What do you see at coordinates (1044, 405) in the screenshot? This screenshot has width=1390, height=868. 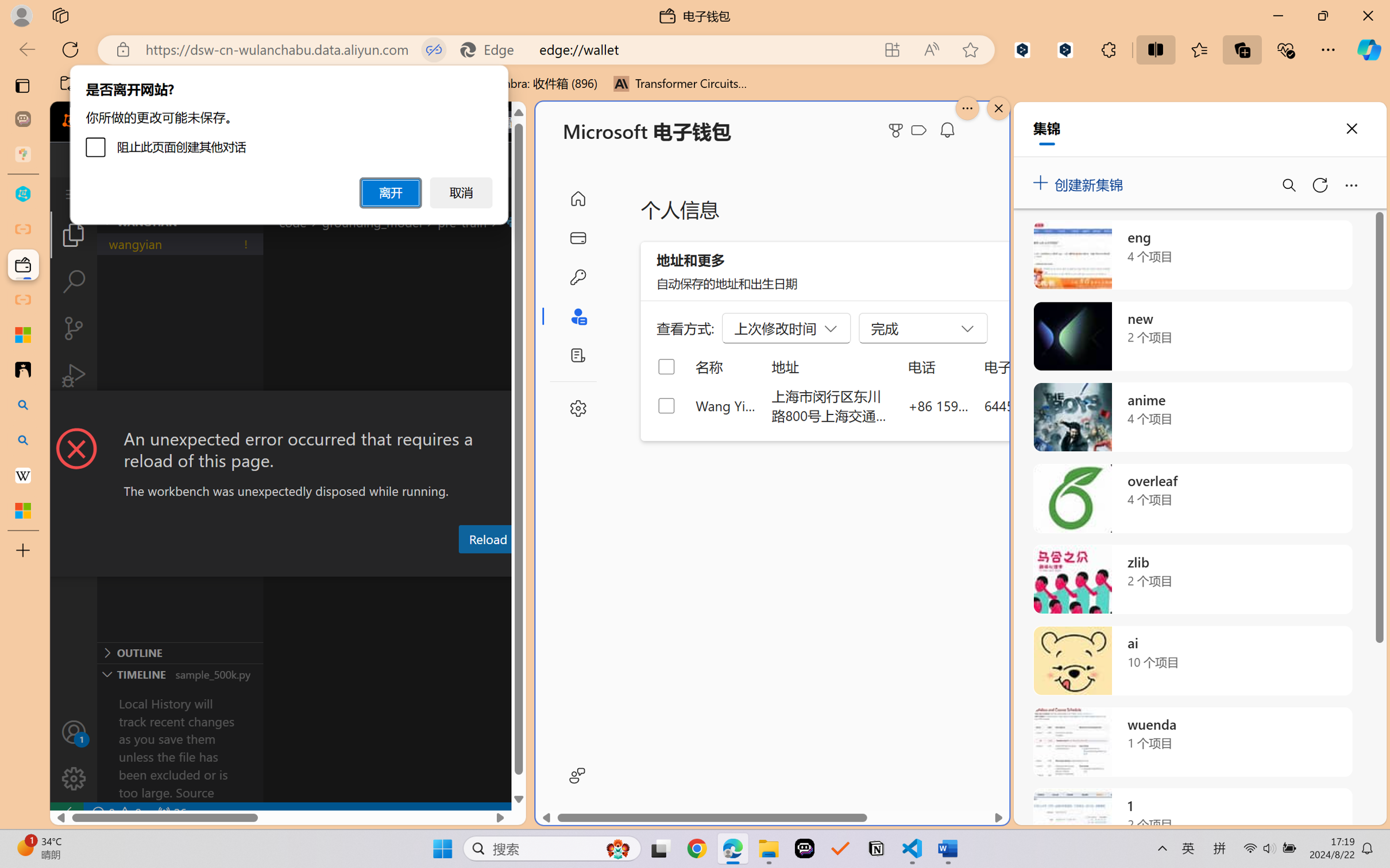 I see `'644553698@qq.com'` at bounding box center [1044, 405].